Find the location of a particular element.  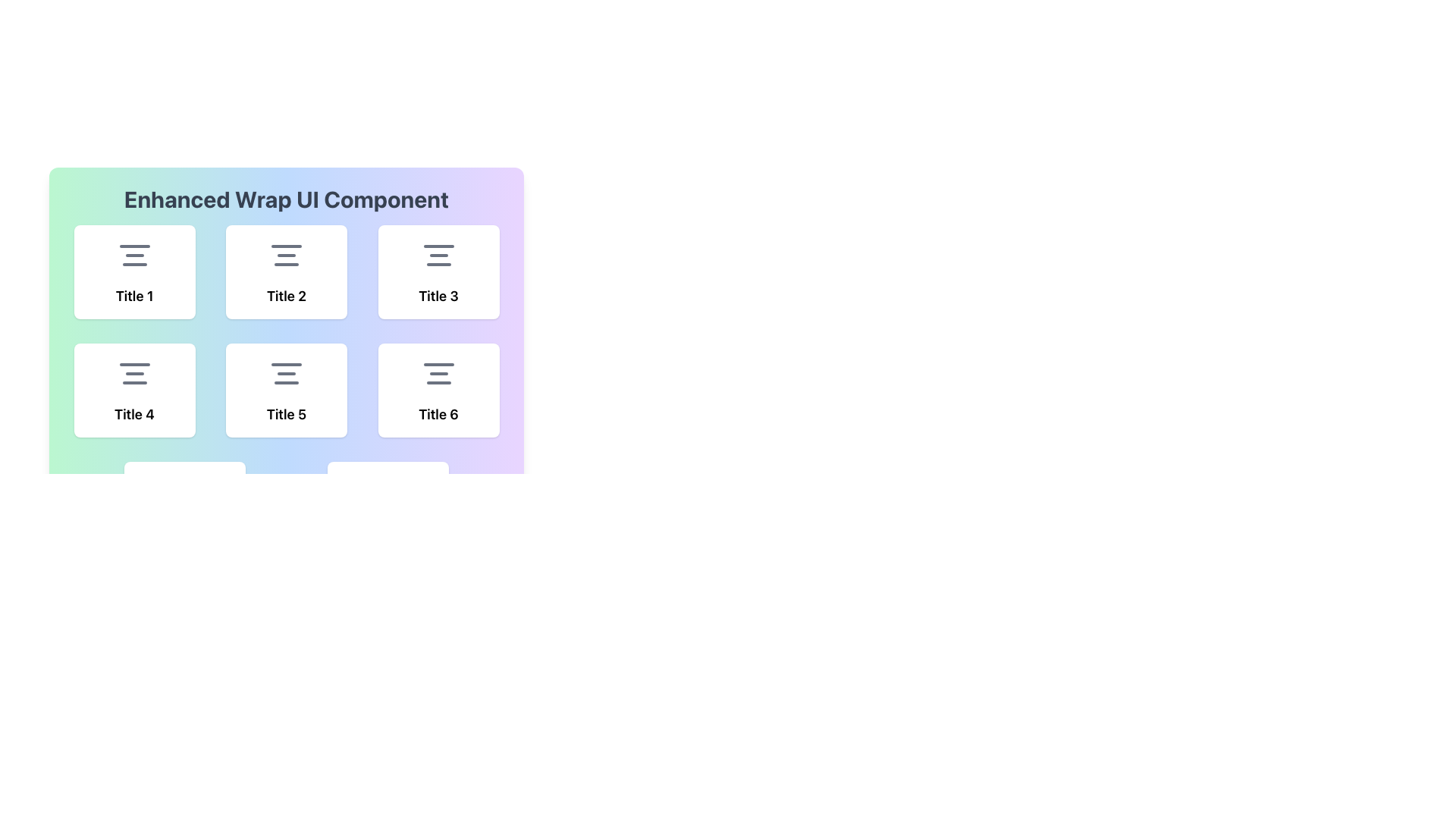

the centered text label within the top-left grid item, which identifies the purpose of the corresponding item adjacent to 'Title 2' and above 'Title 4' is located at coordinates (134, 296).